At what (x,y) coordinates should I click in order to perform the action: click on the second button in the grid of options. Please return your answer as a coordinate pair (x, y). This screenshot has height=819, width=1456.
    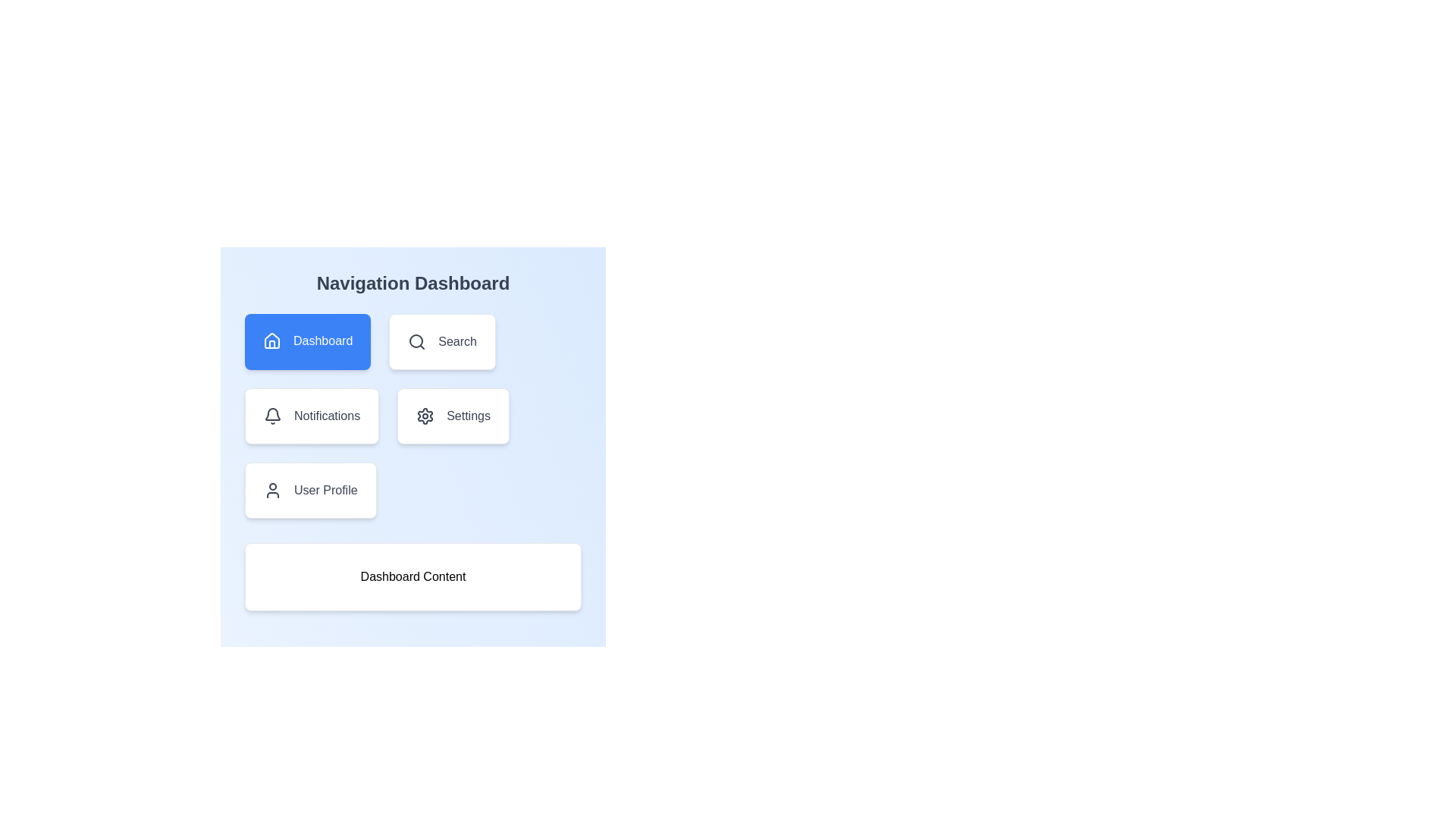
    Looking at the image, I should click on (441, 342).